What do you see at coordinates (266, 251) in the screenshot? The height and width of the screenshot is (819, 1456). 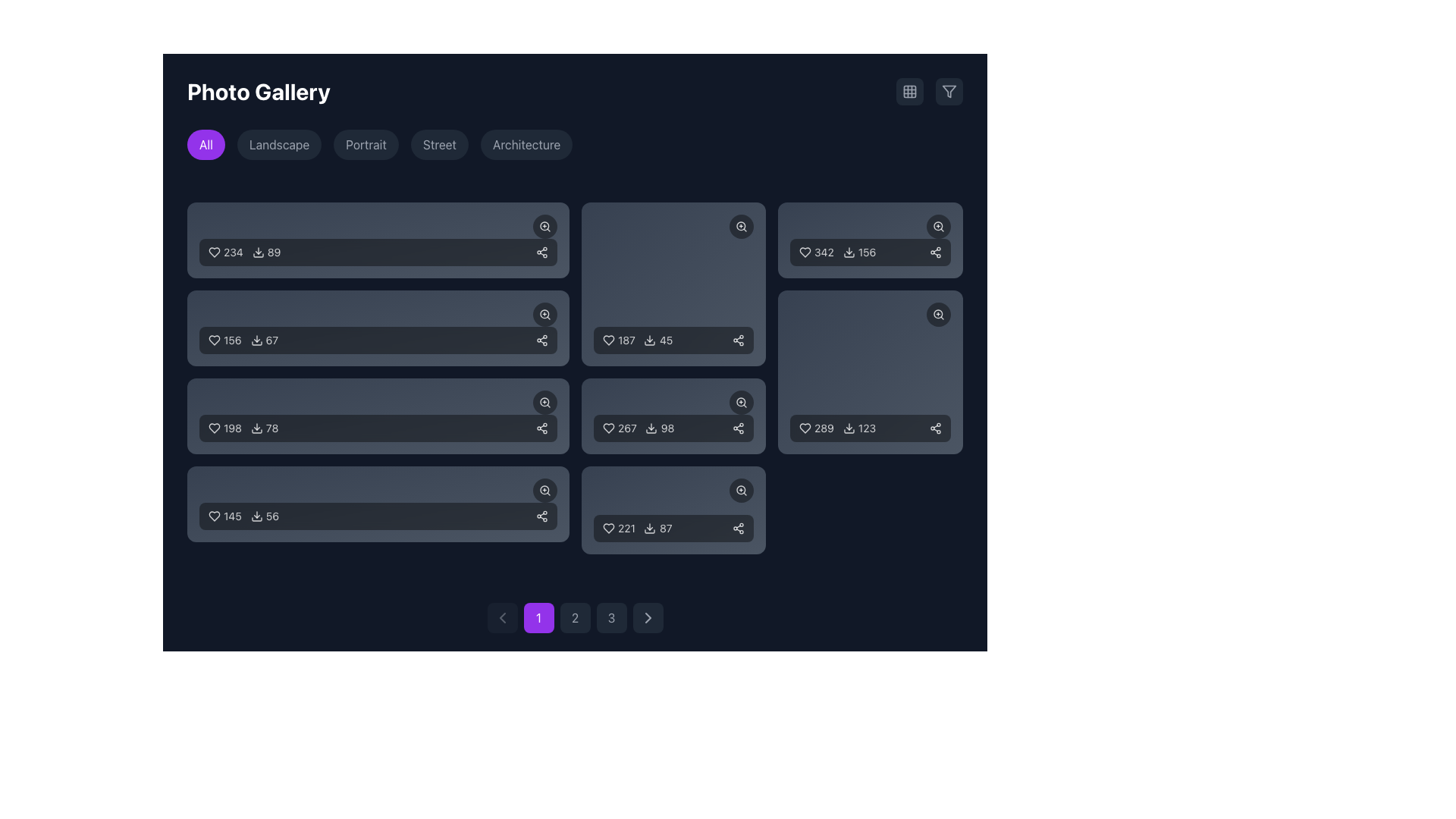 I see `the icon indicating the download count '89' located to the right of the heart icon with the number '234' to initiate an action` at bounding box center [266, 251].